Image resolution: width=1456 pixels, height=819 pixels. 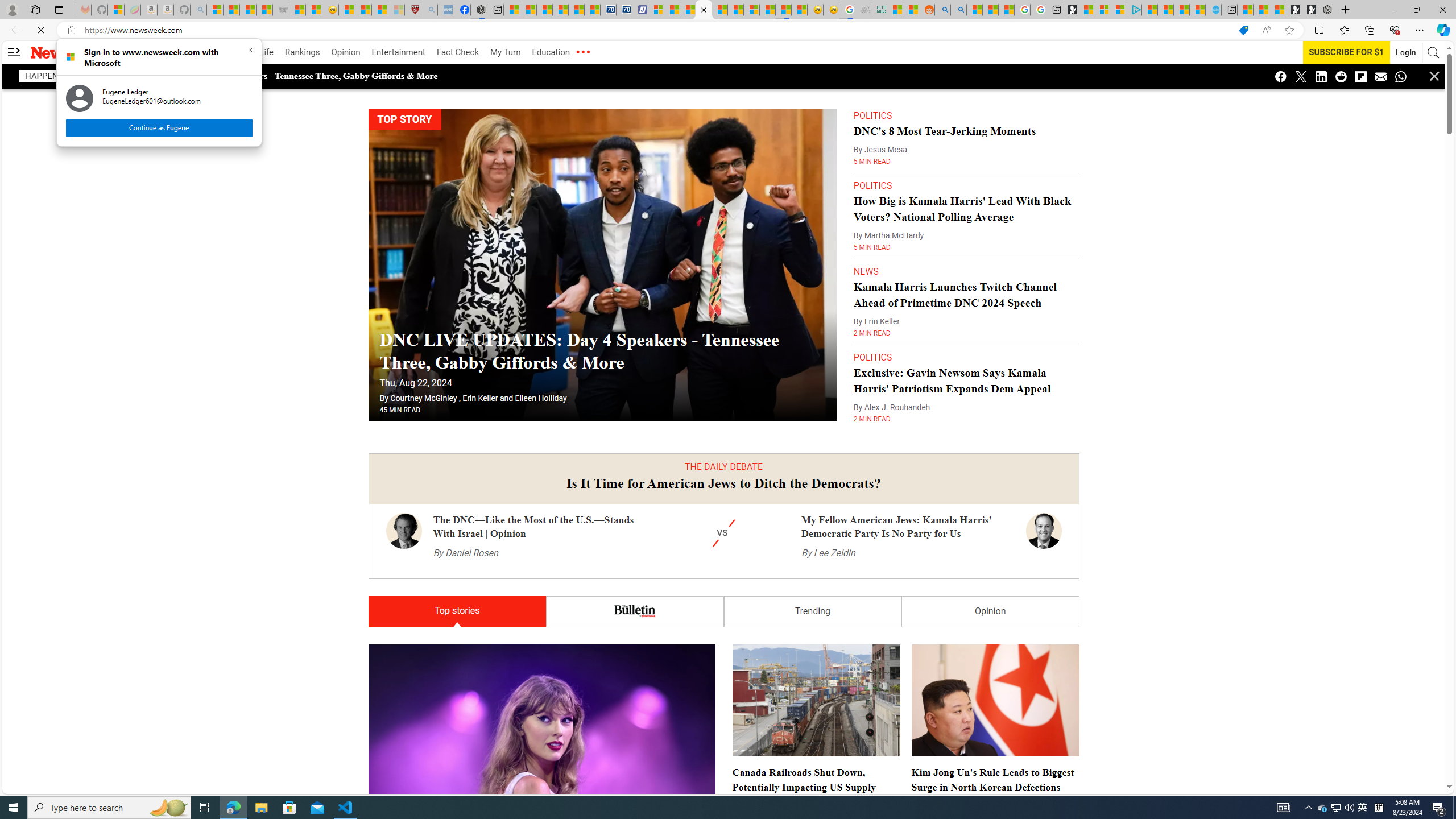 What do you see at coordinates (380, 9) in the screenshot?
I see `'Science - MSN'` at bounding box center [380, 9].